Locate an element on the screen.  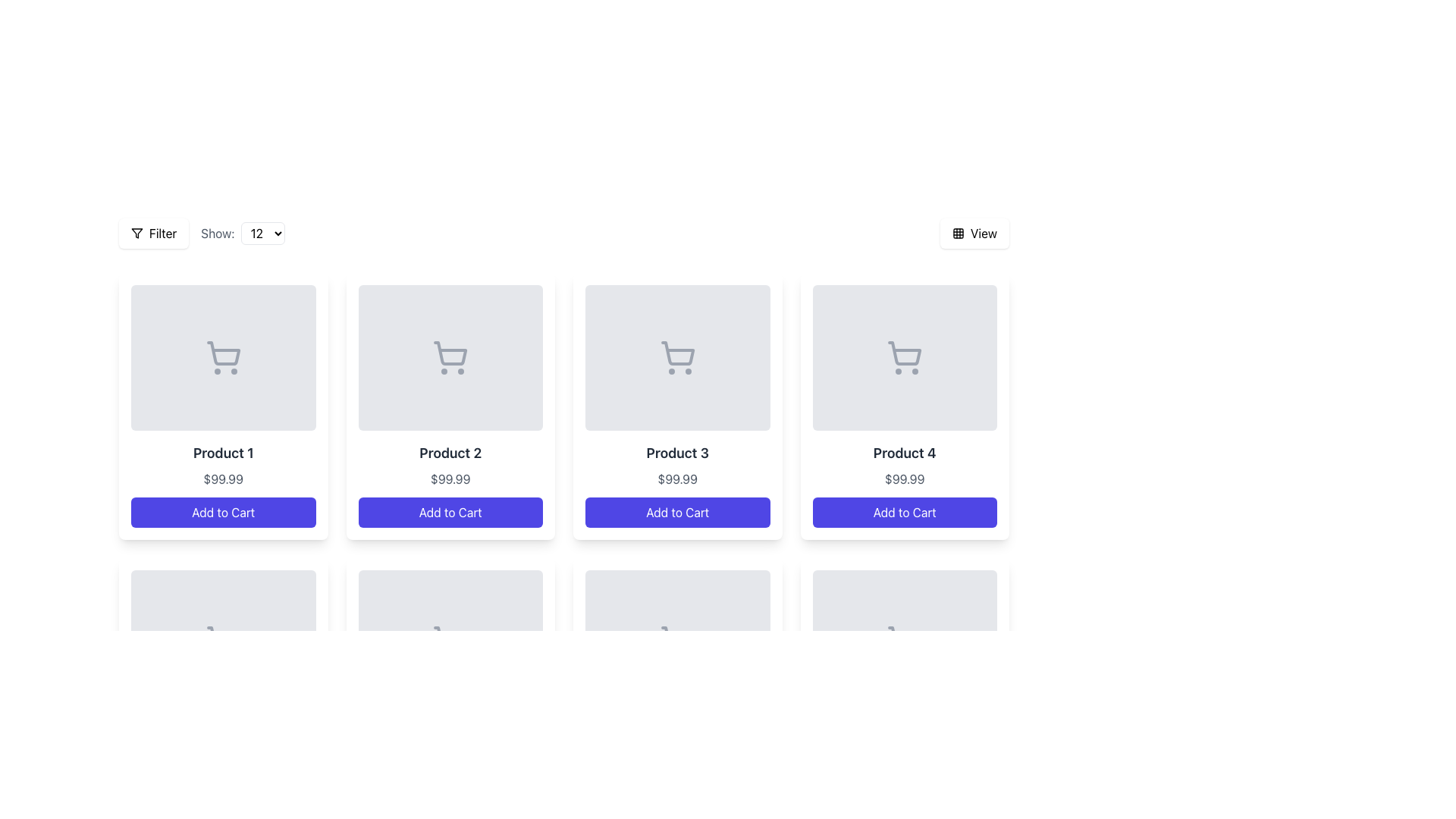
the SVG icon of the shopping cart, which is centrally positioned above the 'Add to Cart' button in the 'Product 4' card is located at coordinates (905, 357).